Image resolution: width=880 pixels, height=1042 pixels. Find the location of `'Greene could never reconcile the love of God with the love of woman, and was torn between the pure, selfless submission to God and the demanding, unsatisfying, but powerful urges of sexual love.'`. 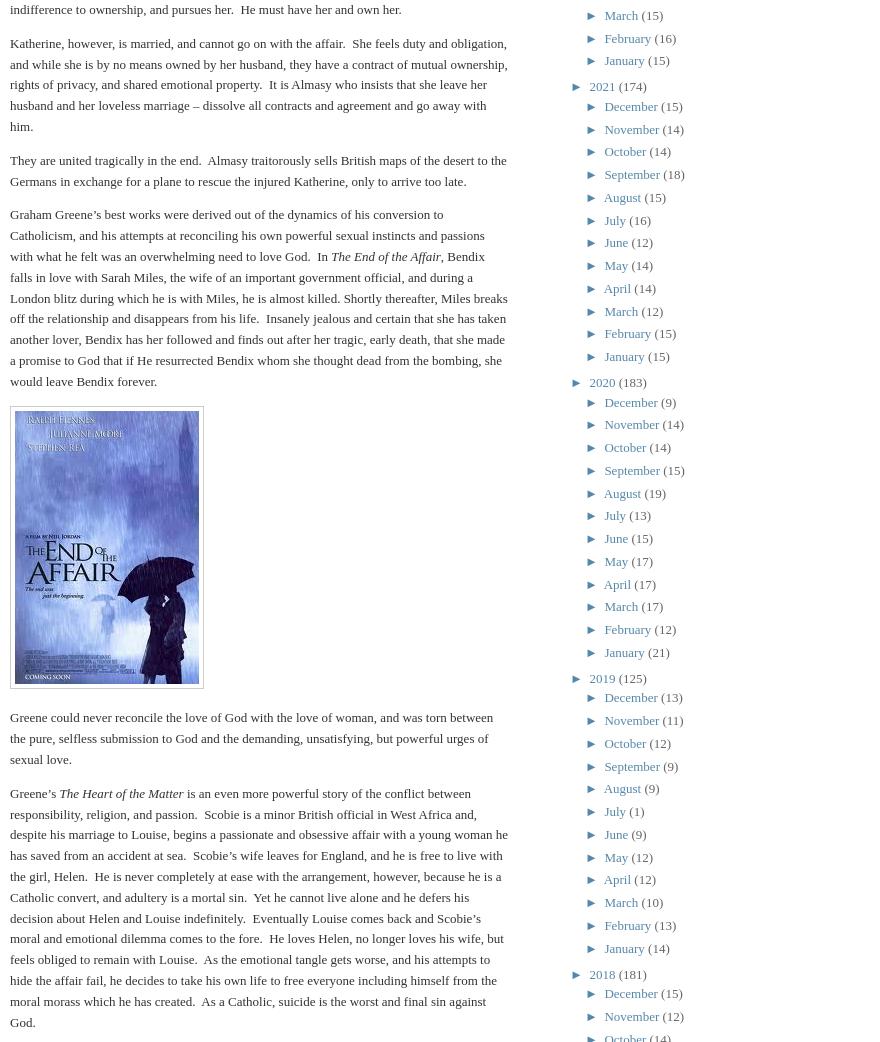

'Greene could never reconcile the love of God with the love of woman, and was torn between the pure, selfless submission to God and the demanding, unsatisfying, but powerful urges of sexual love.' is located at coordinates (250, 737).